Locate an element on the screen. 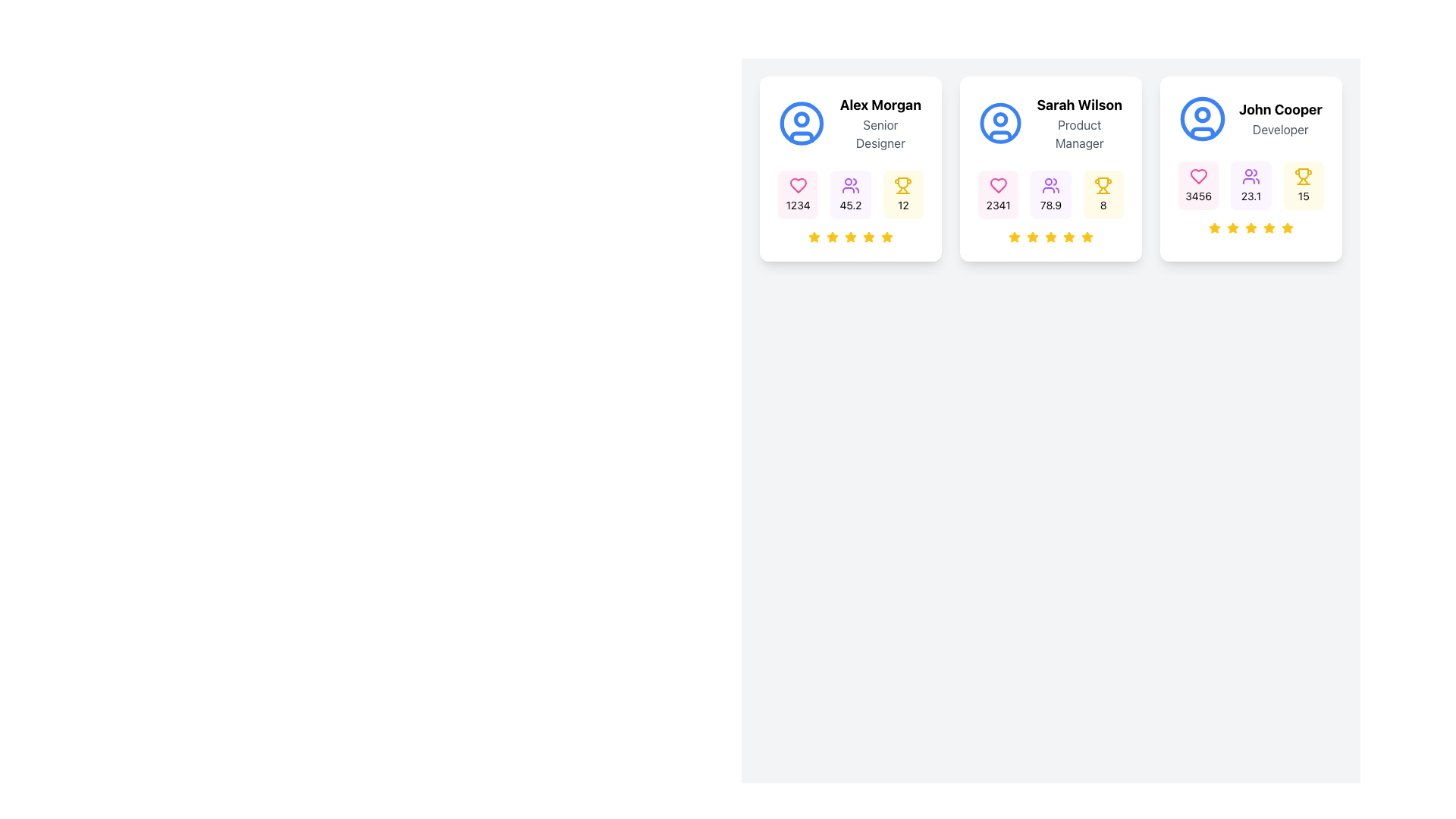  the sixth star icon representing a rating for the user profile of John Cooper is located at coordinates (1269, 227).